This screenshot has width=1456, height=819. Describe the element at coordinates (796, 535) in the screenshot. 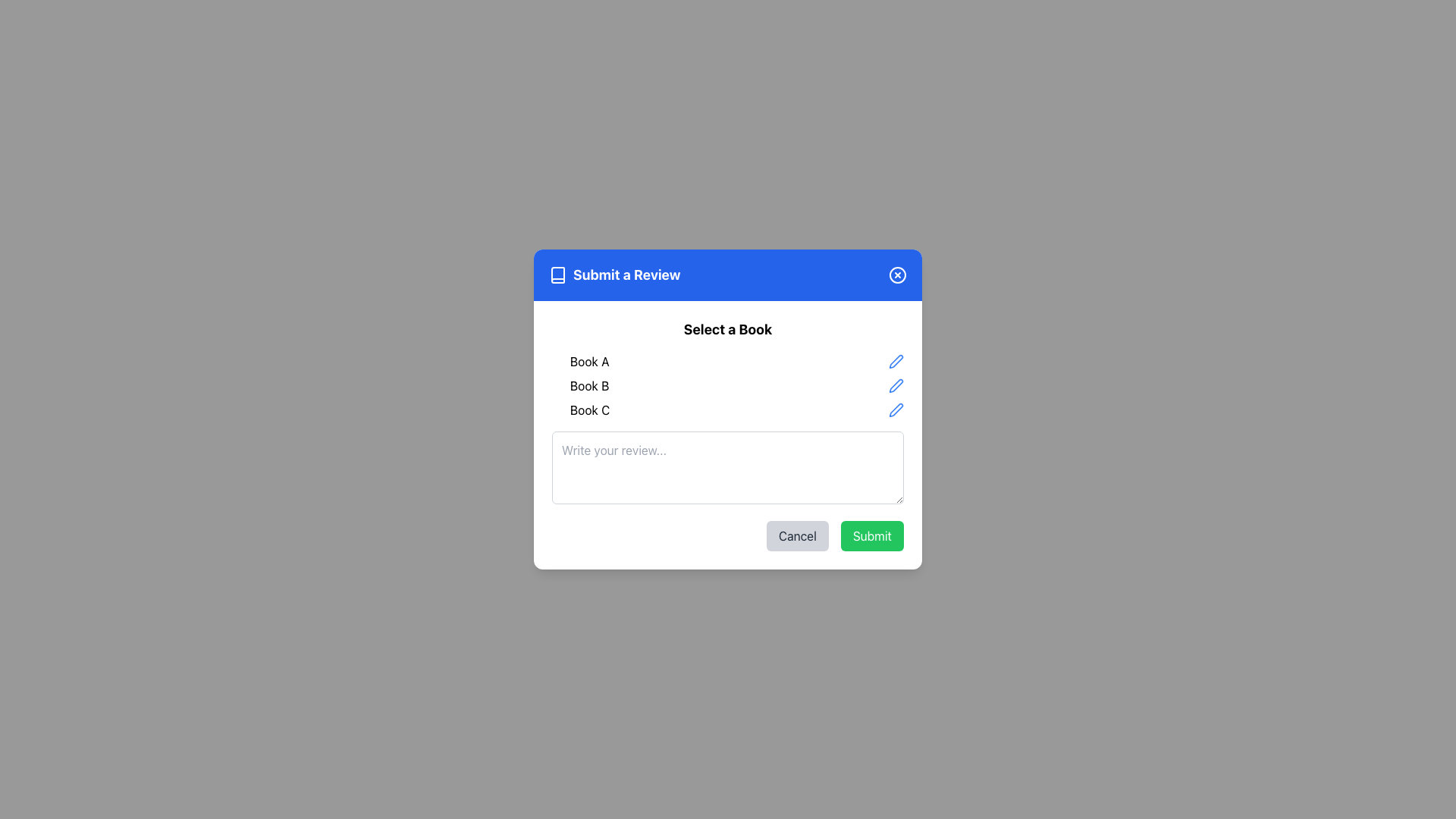

I see `the 'Cancel' button, which is a rectangular button with rounded corners, light gray background, and dark gray text located near the bottom-right of the dialog box` at that location.